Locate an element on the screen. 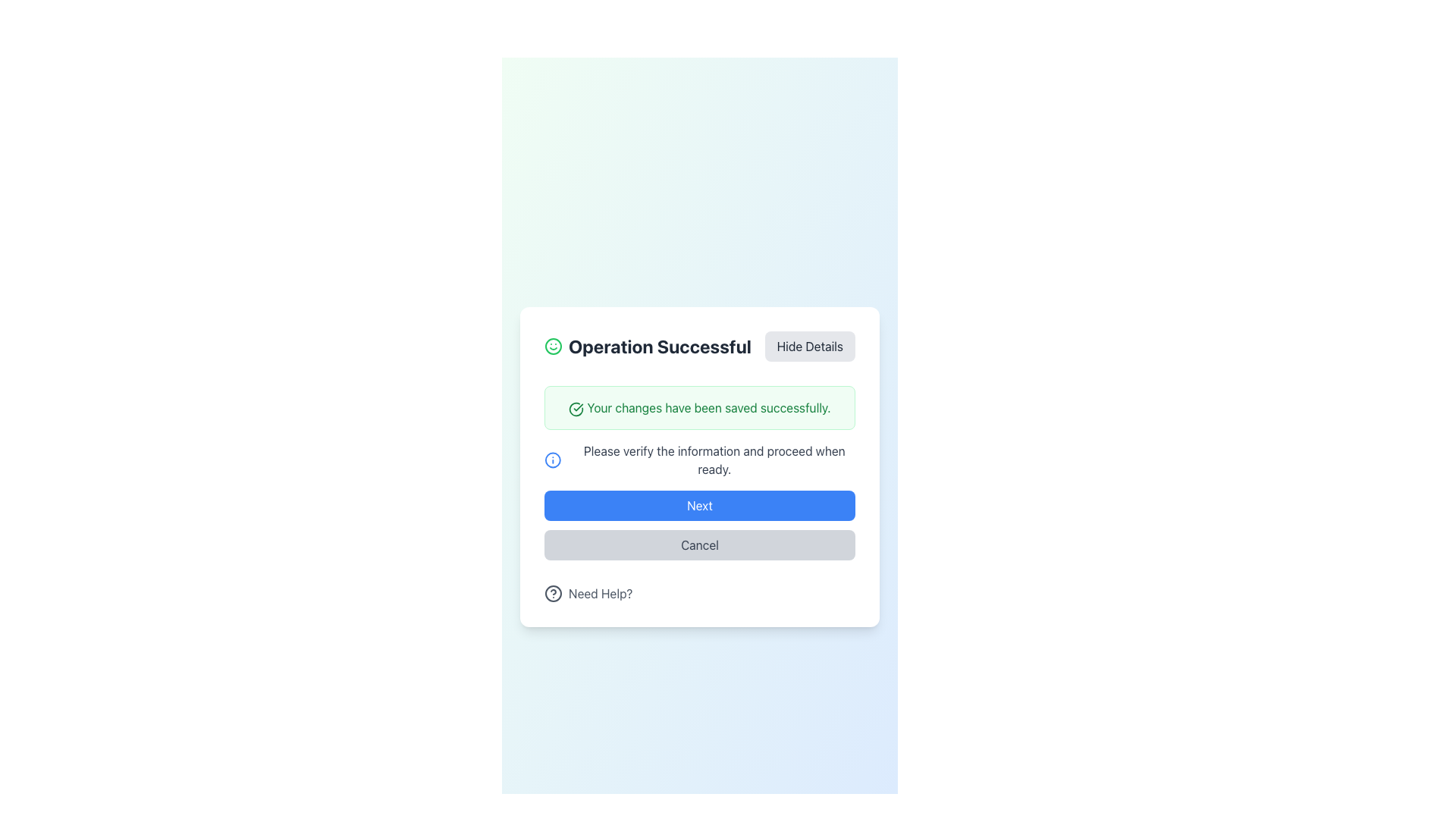 The height and width of the screenshot is (819, 1456). the circular icon with a question mark, which is located adjacent to the text 'Need Help?' is located at coordinates (552, 593).